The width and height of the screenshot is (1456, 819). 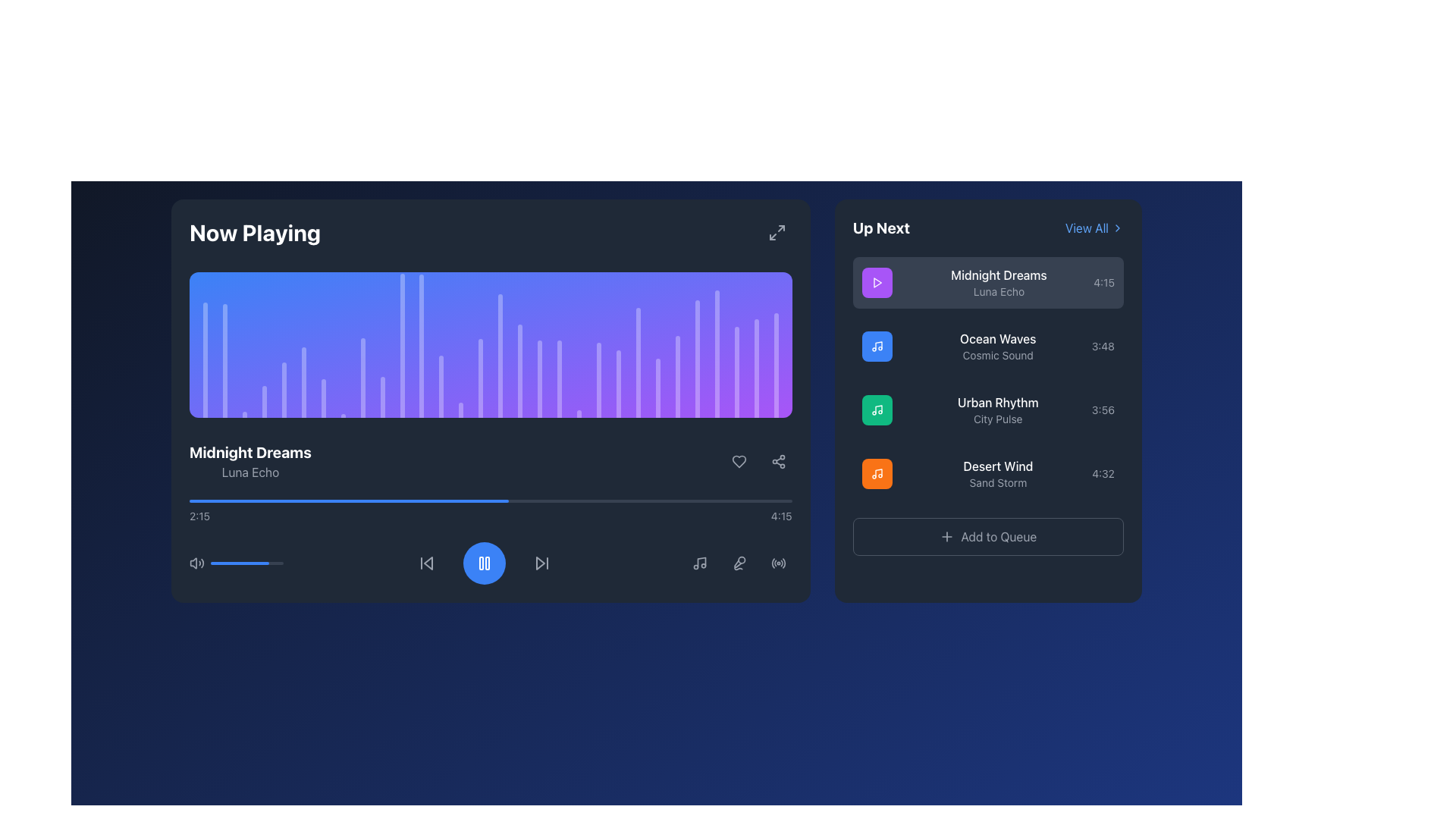 What do you see at coordinates (877, 283) in the screenshot?
I see `the play action icon located in the 'Now Playing' section of the interface, positioned among other playback controls` at bounding box center [877, 283].